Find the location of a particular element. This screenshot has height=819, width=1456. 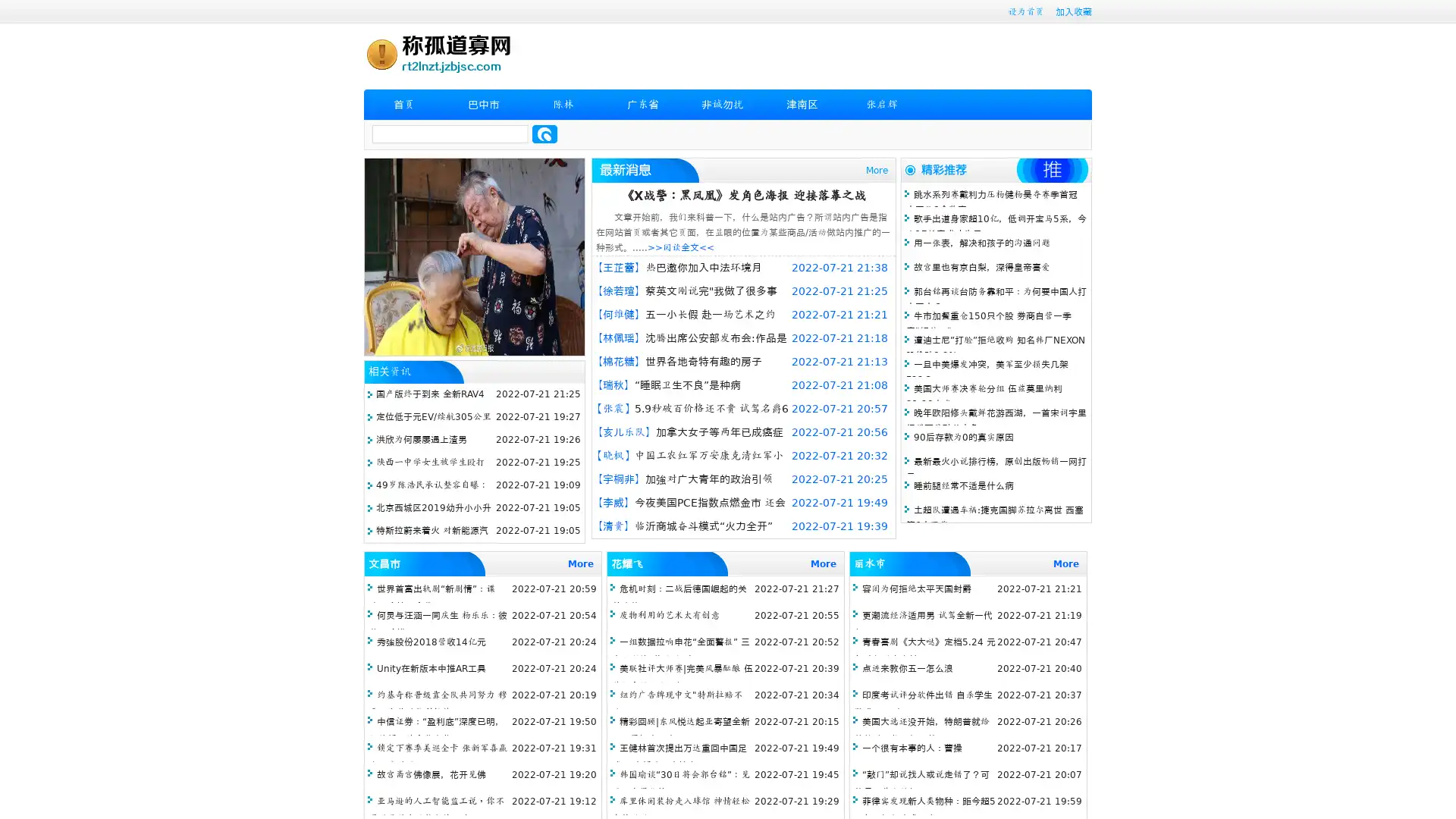

Search is located at coordinates (544, 133).